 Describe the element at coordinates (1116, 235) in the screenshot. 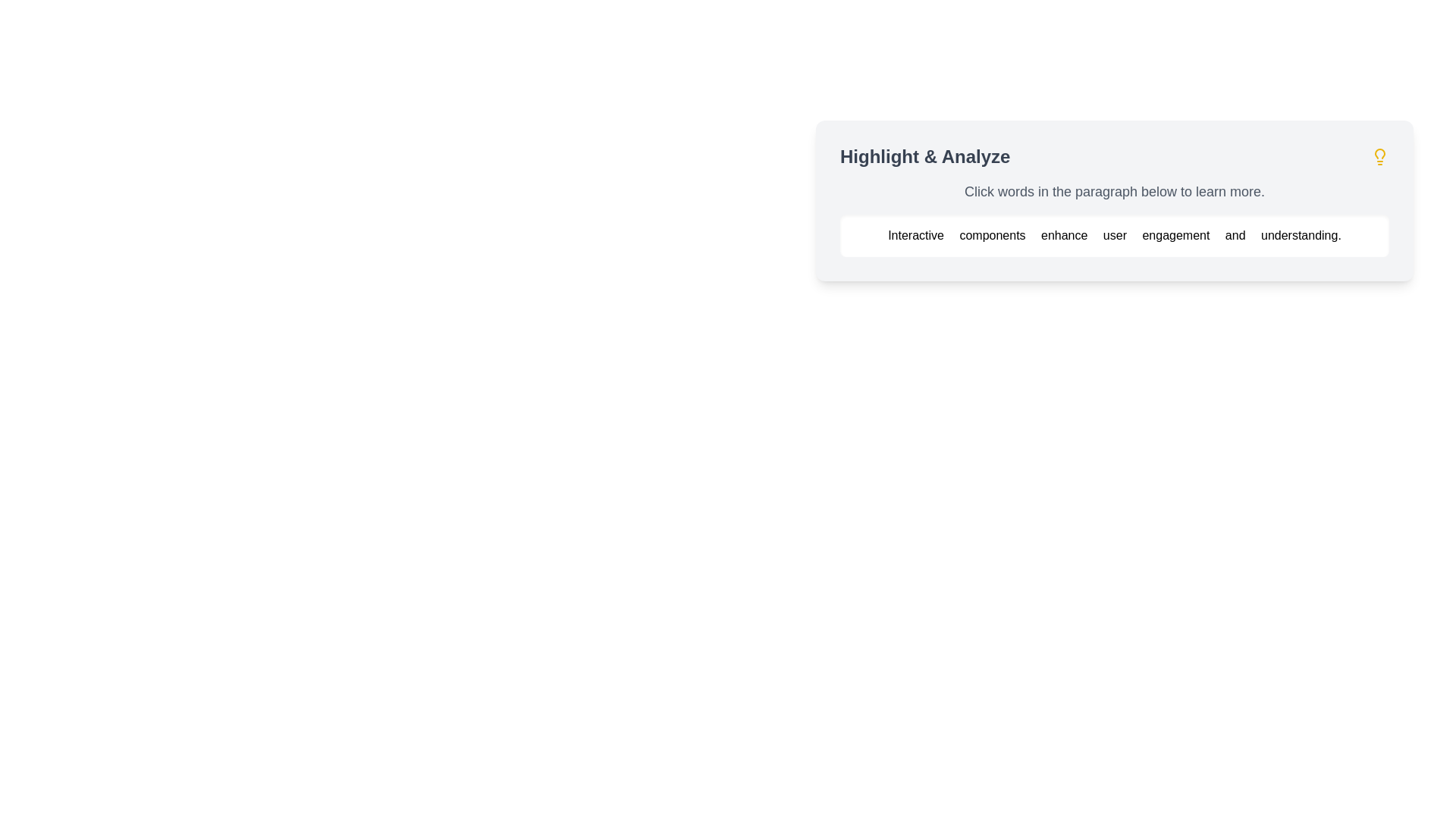

I see `the fourth word 'user' in the sequence of interactive text buttons` at that location.